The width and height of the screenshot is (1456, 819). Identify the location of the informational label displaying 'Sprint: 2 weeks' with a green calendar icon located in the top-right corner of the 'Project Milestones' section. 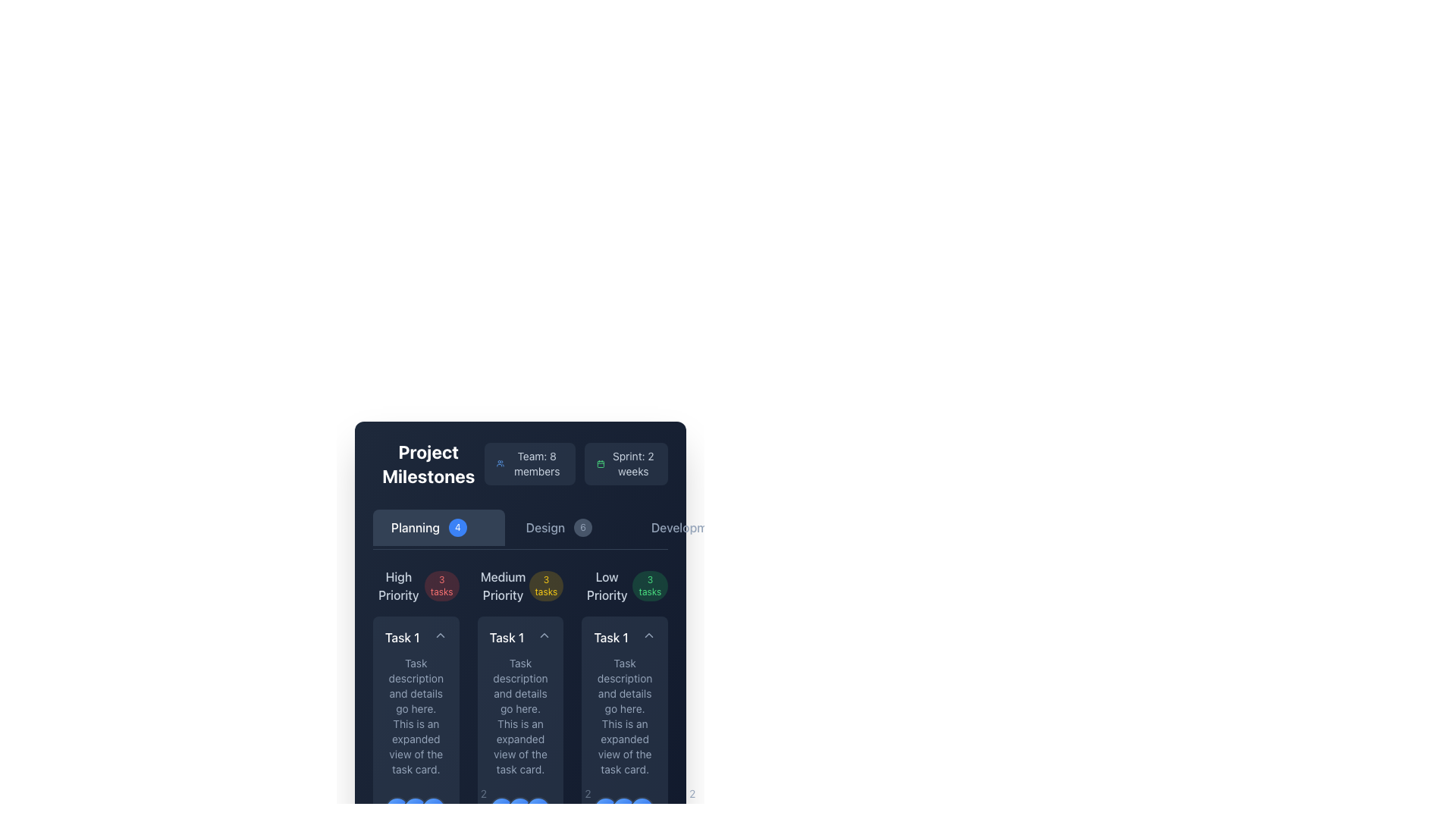
(626, 463).